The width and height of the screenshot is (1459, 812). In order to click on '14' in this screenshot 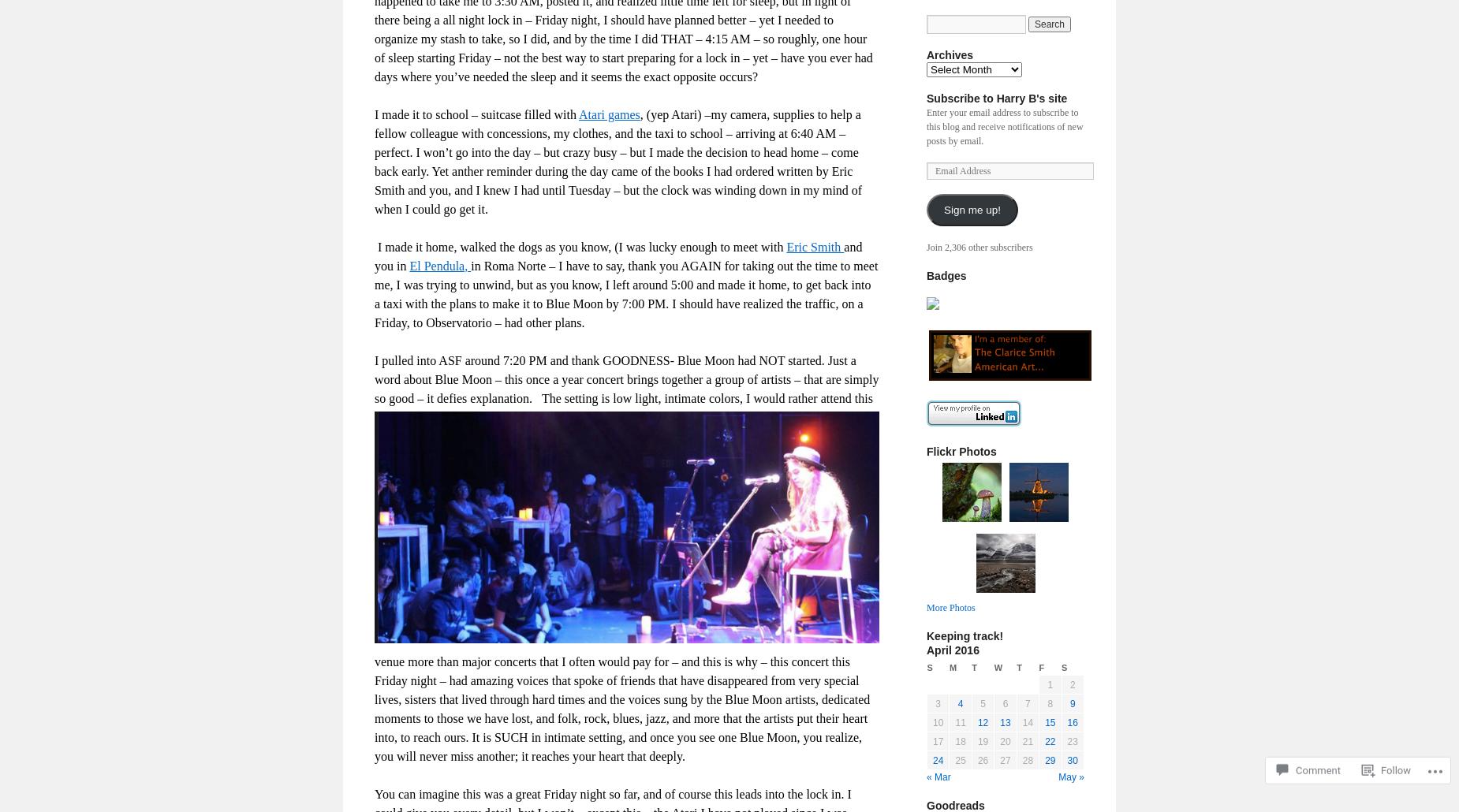, I will do `click(1026, 723)`.